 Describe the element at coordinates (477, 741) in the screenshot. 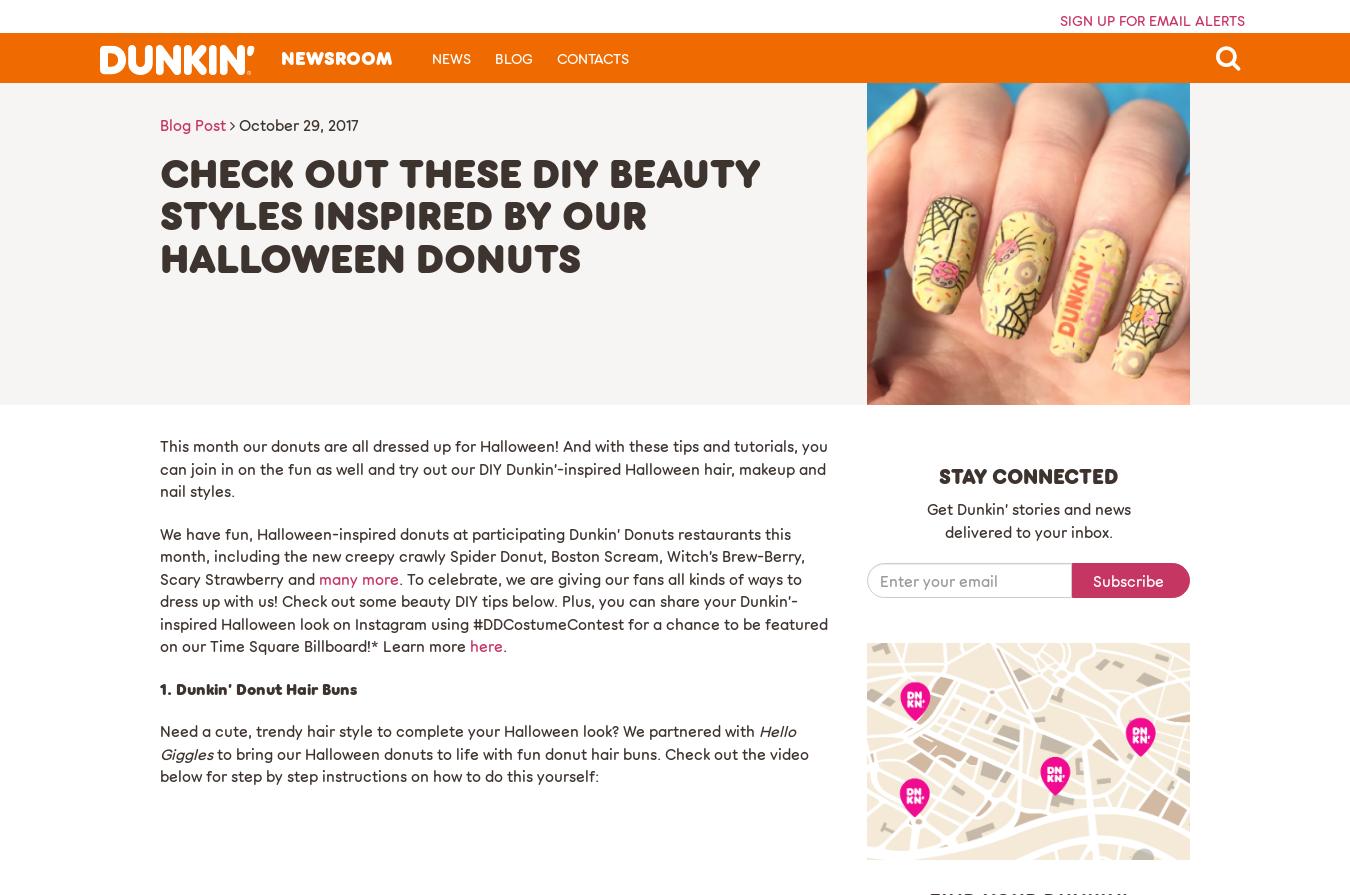

I see `'Hello Giggles'` at that location.